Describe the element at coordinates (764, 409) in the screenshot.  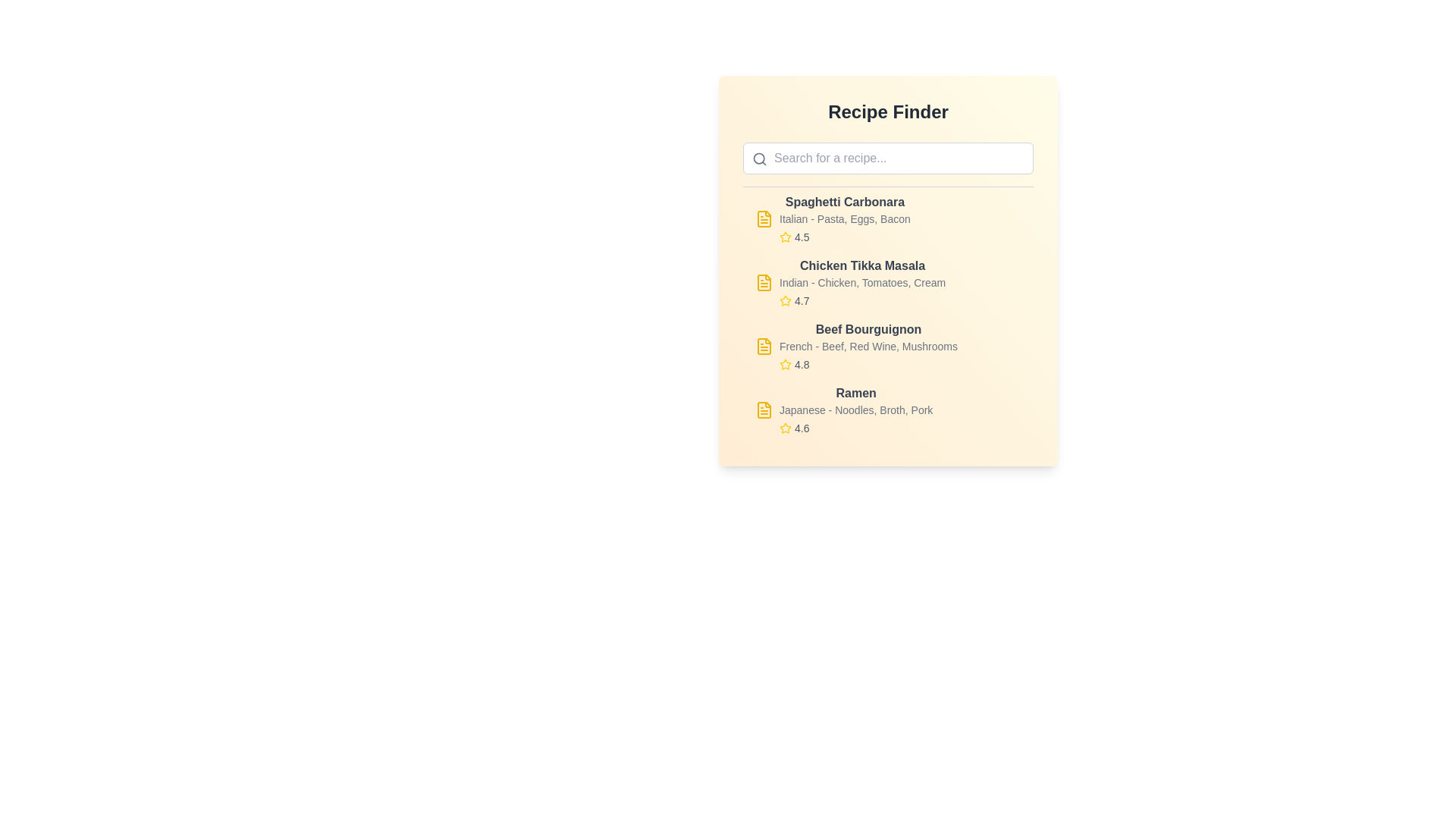
I see `the symbolic meaning of the icon associated with the 'Ramen' entry, which is the first component in the list of dishes` at that location.